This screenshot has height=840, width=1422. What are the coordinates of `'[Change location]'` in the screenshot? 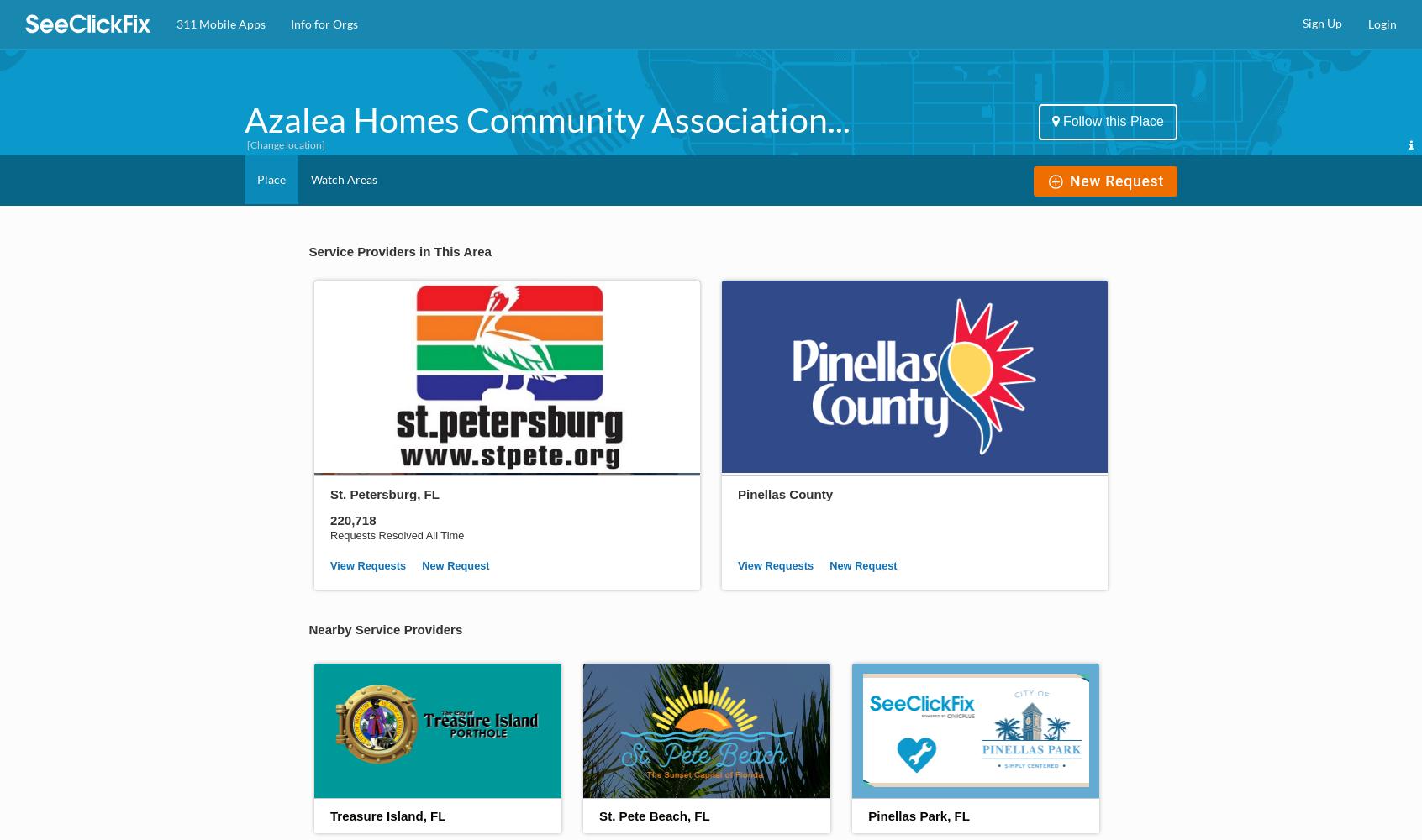 It's located at (285, 144).